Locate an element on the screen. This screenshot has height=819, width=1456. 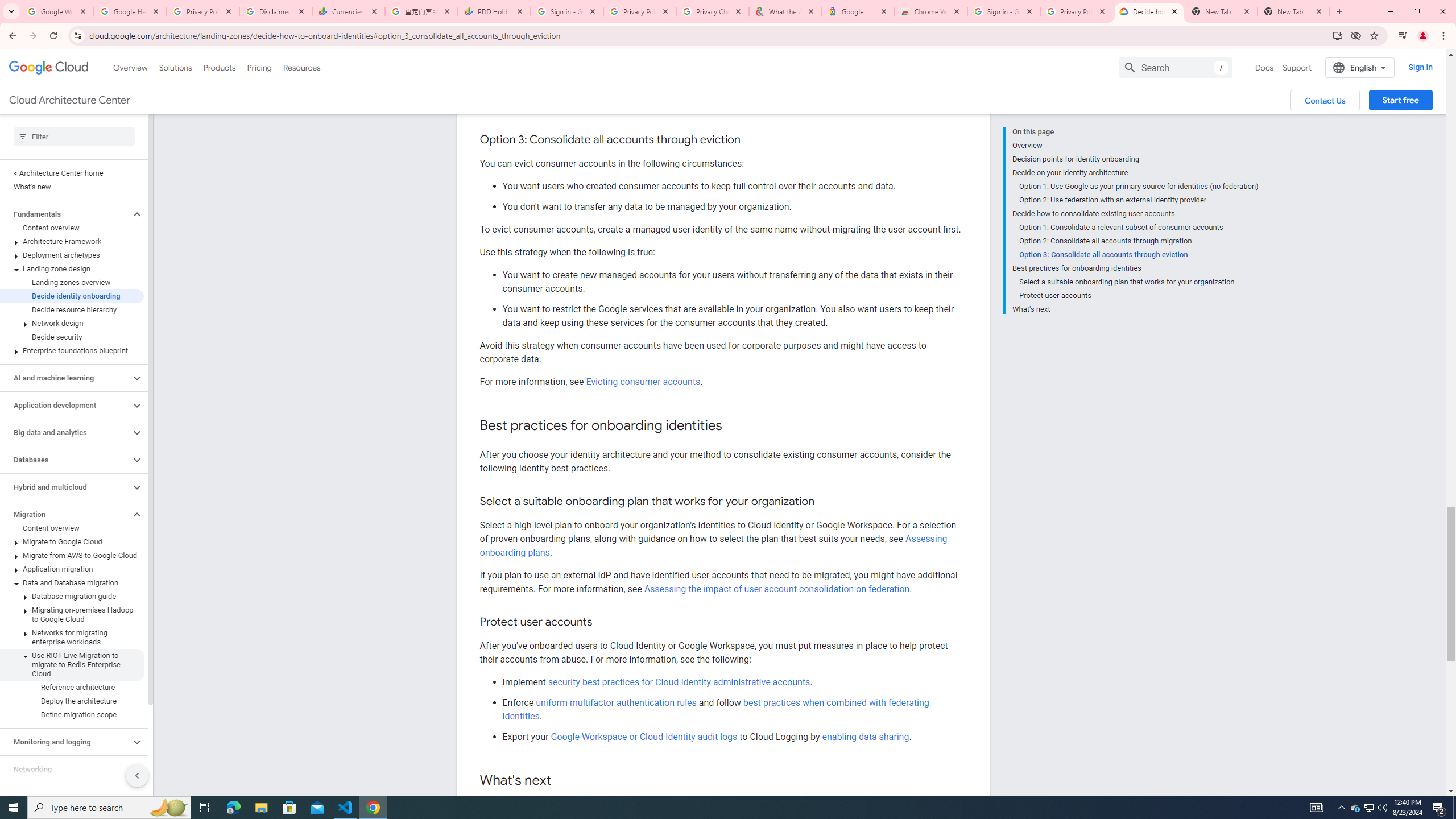
'Google Workspace Admin Community' is located at coordinates (57, 11).